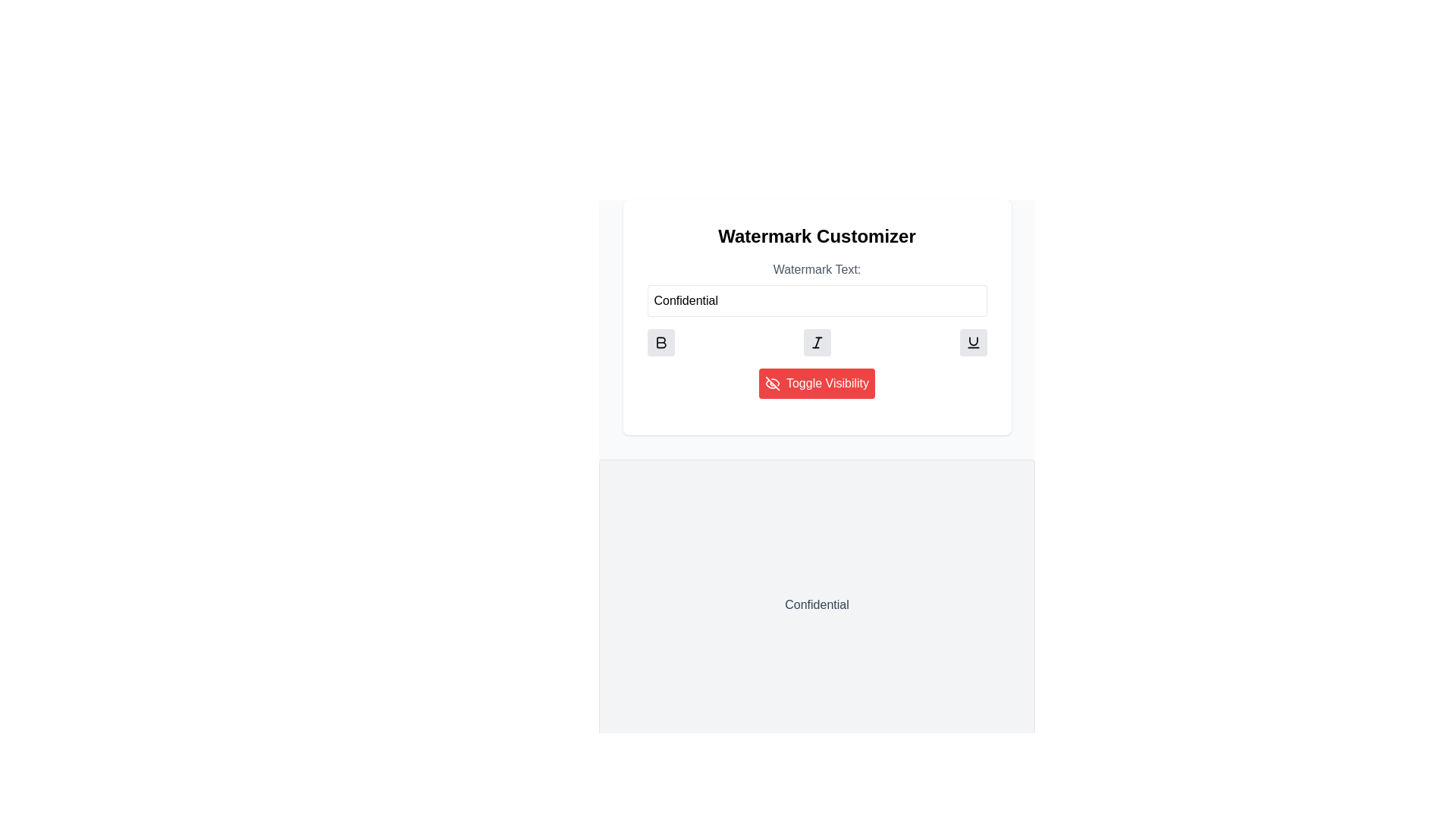 The height and width of the screenshot is (819, 1456). I want to click on the underline formatting icon button located at the rightmost side of a group of three icons, adjacent to the italicized 'I' icon, so click(973, 342).